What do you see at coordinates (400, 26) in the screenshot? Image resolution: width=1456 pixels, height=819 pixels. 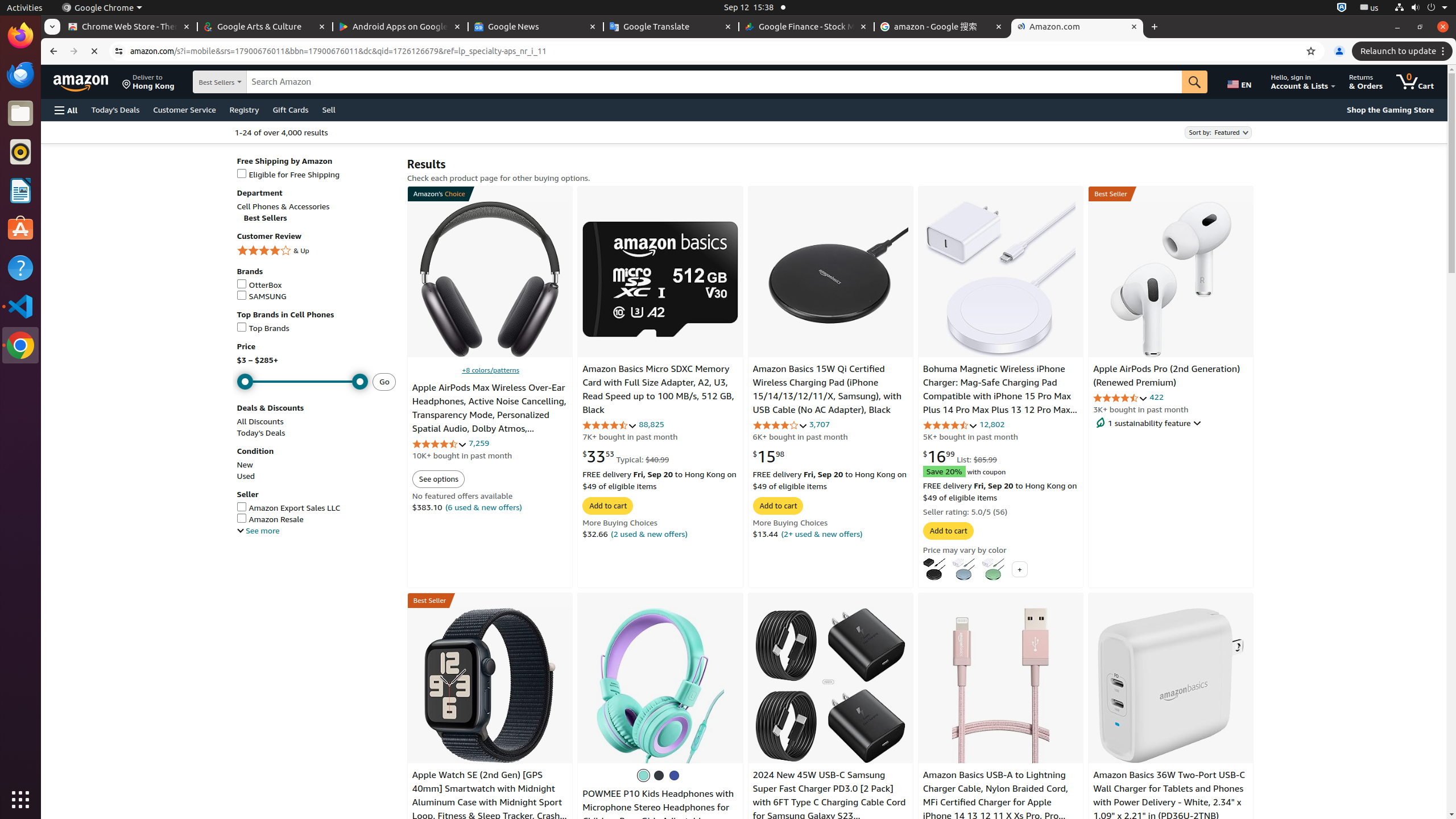 I see `'Android Apps on Google Play - Memory usage - 60.6 MB'` at bounding box center [400, 26].